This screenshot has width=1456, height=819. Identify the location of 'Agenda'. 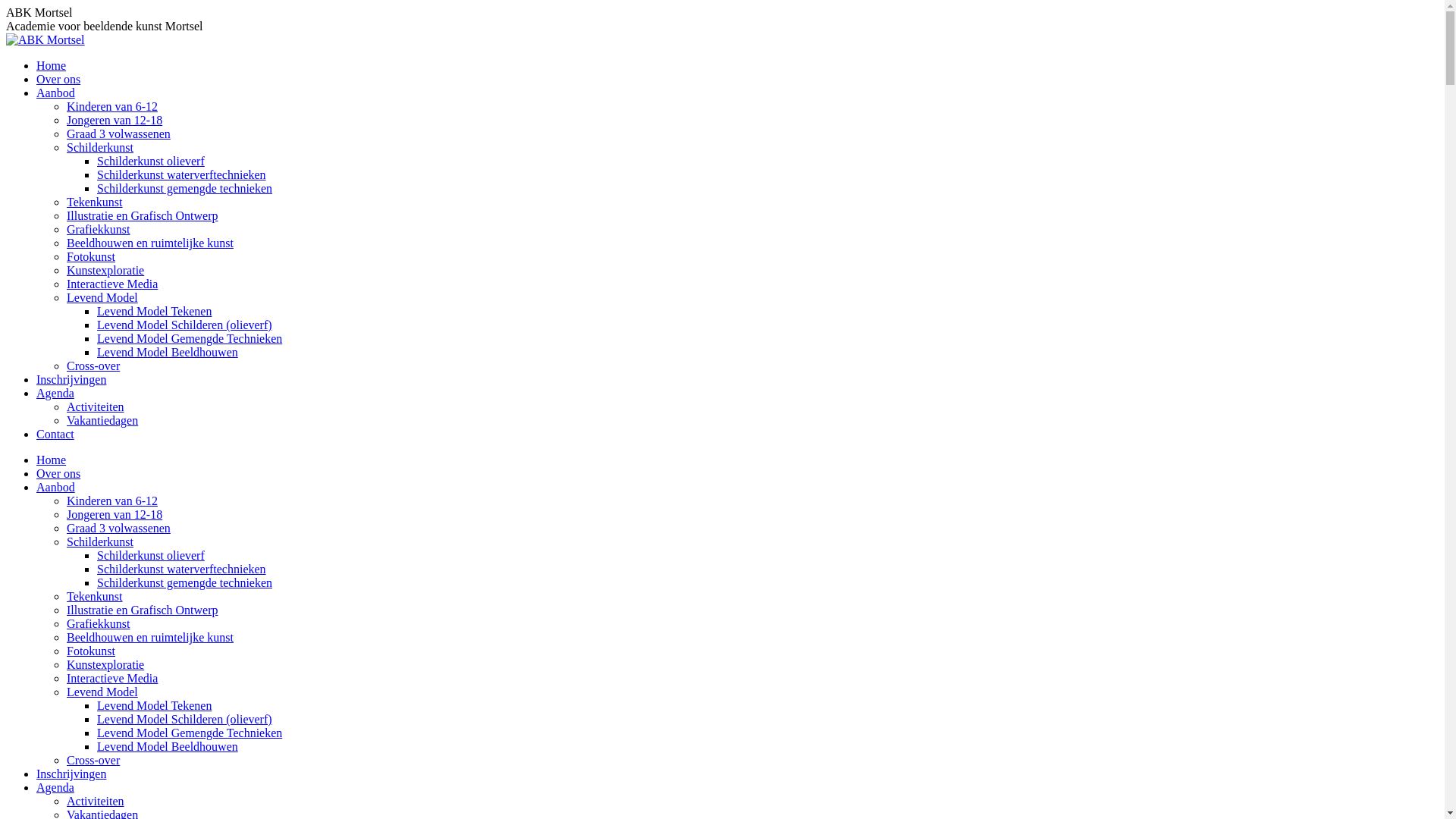
(55, 786).